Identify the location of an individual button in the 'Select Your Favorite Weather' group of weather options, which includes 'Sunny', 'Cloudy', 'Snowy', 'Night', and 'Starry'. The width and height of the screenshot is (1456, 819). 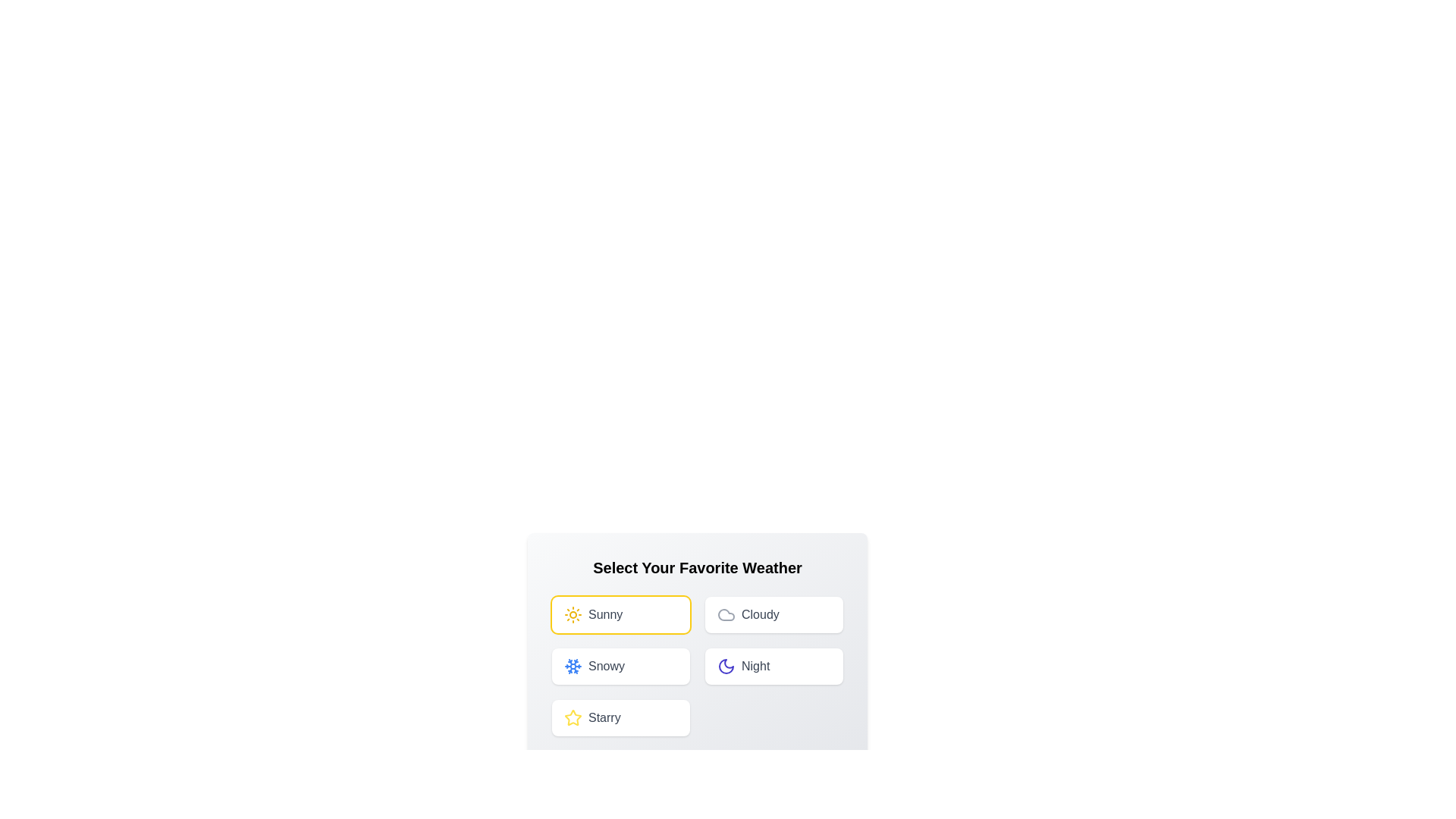
(697, 666).